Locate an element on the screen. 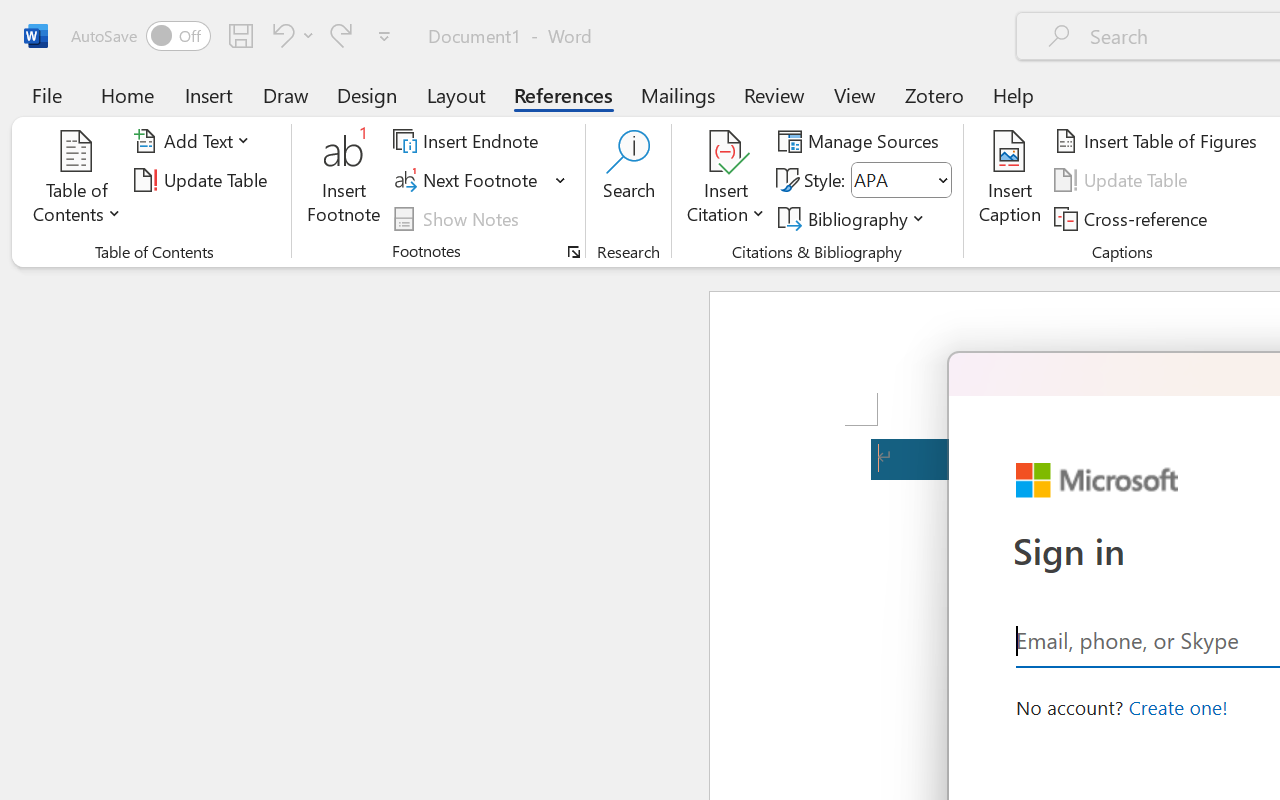 Image resolution: width=1280 pixels, height=800 pixels. 'Cross-reference...' is located at coordinates (1134, 218).